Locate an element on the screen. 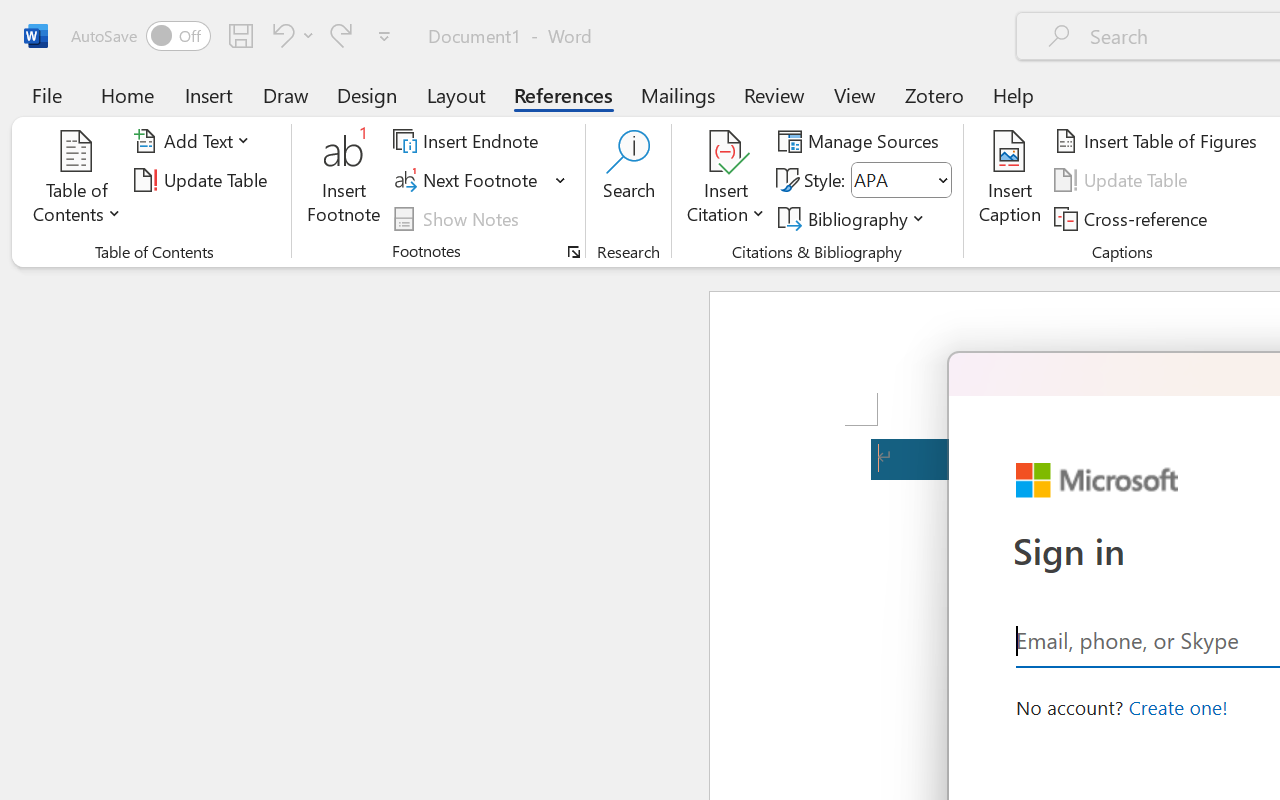 Image resolution: width=1280 pixels, height=800 pixels. 'Cross-reference...' is located at coordinates (1134, 218).